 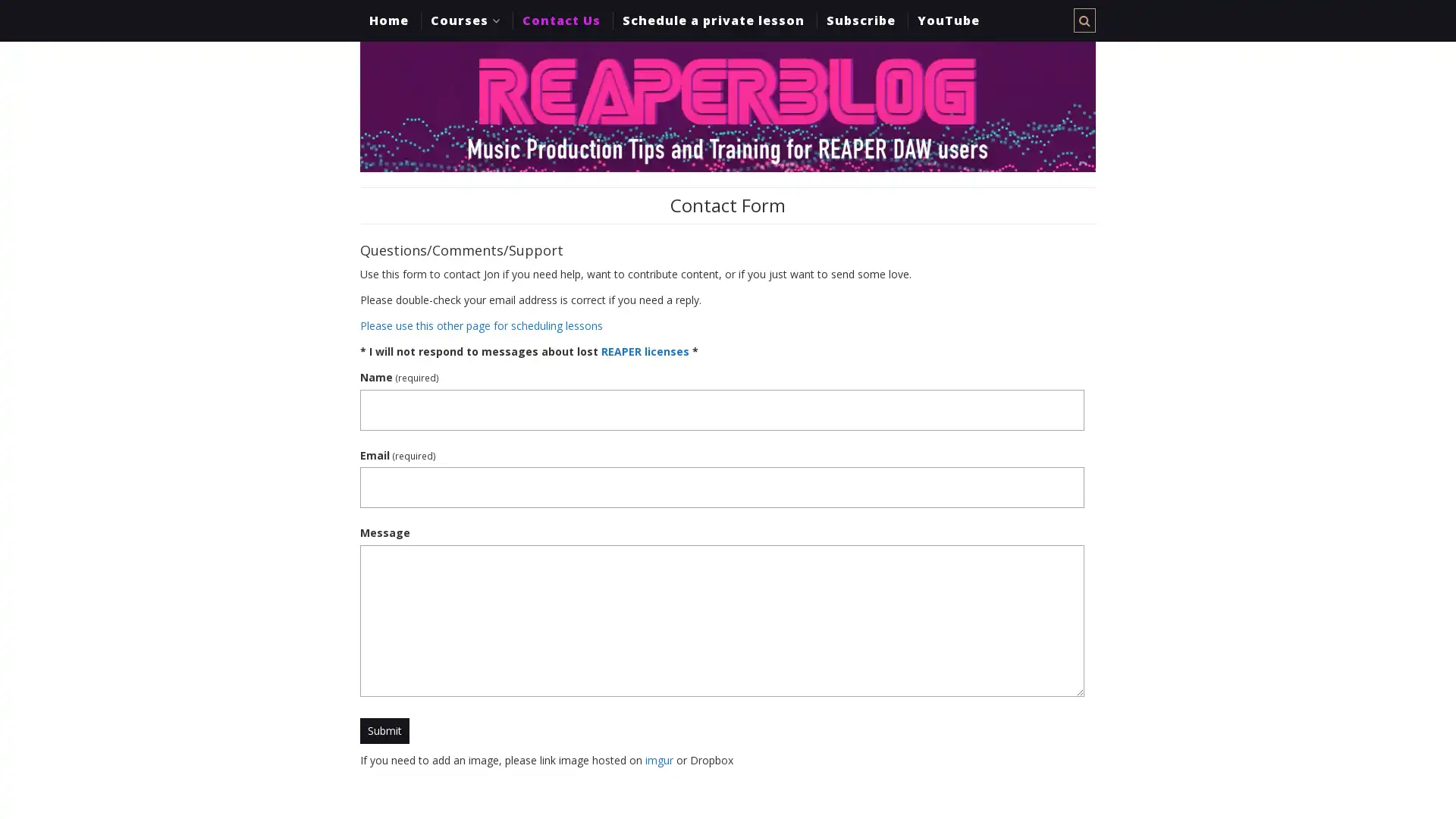 What do you see at coordinates (384, 730) in the screenshot?
I see `Submit` at bounding box center [384, 730].